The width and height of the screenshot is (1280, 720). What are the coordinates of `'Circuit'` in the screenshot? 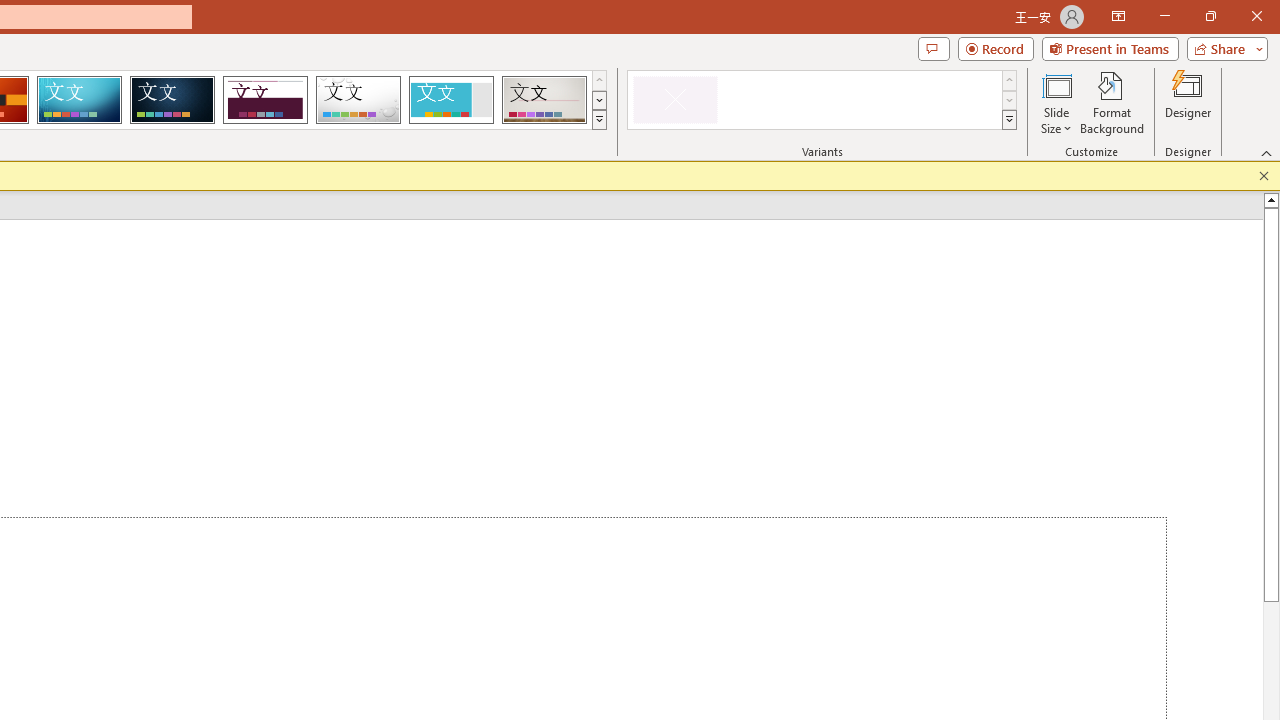 It's located at (79, 100).